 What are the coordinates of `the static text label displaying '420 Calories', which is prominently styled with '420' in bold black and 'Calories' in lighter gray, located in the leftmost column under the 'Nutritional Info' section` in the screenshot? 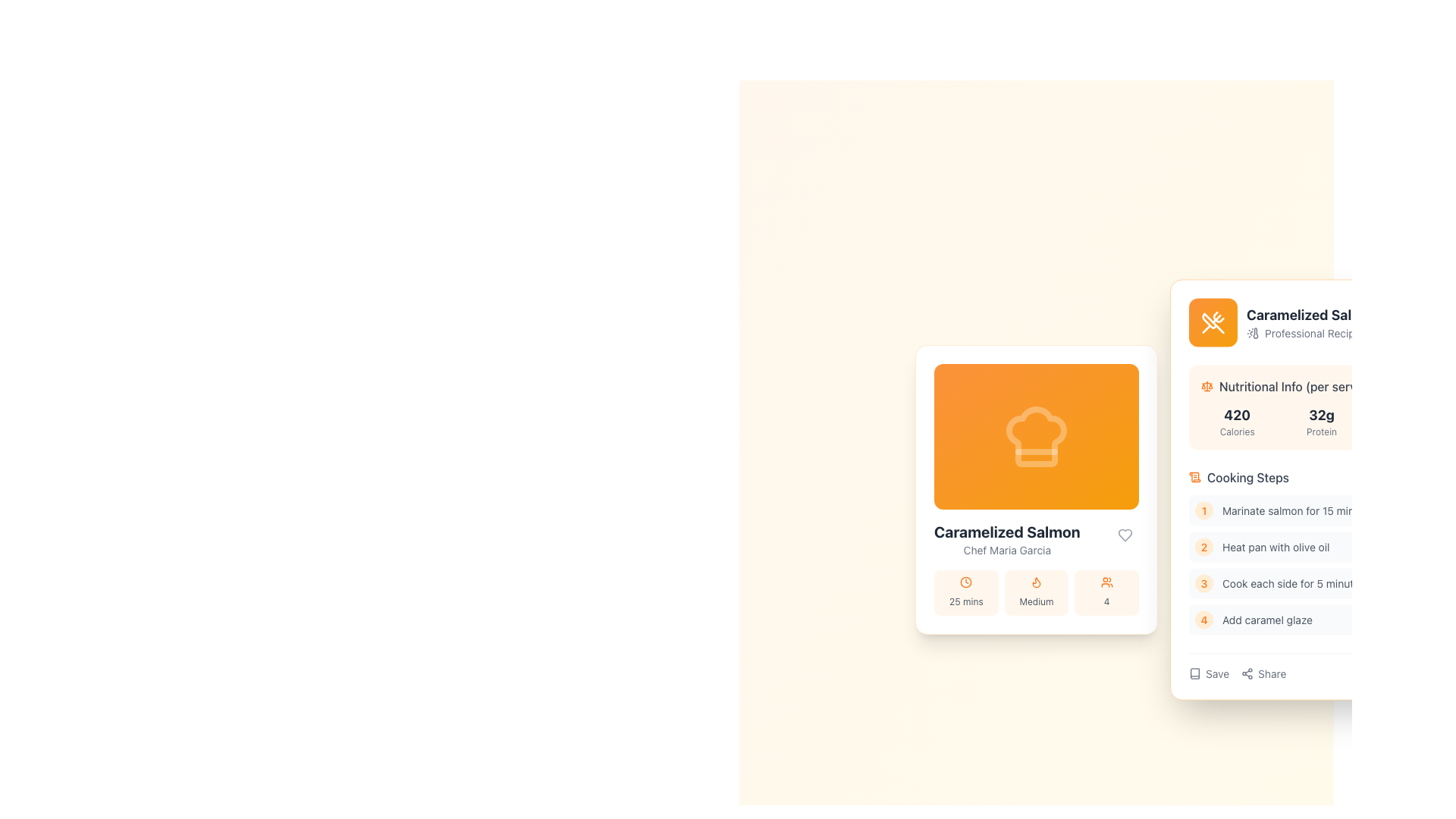 It's located at (1237, 421).